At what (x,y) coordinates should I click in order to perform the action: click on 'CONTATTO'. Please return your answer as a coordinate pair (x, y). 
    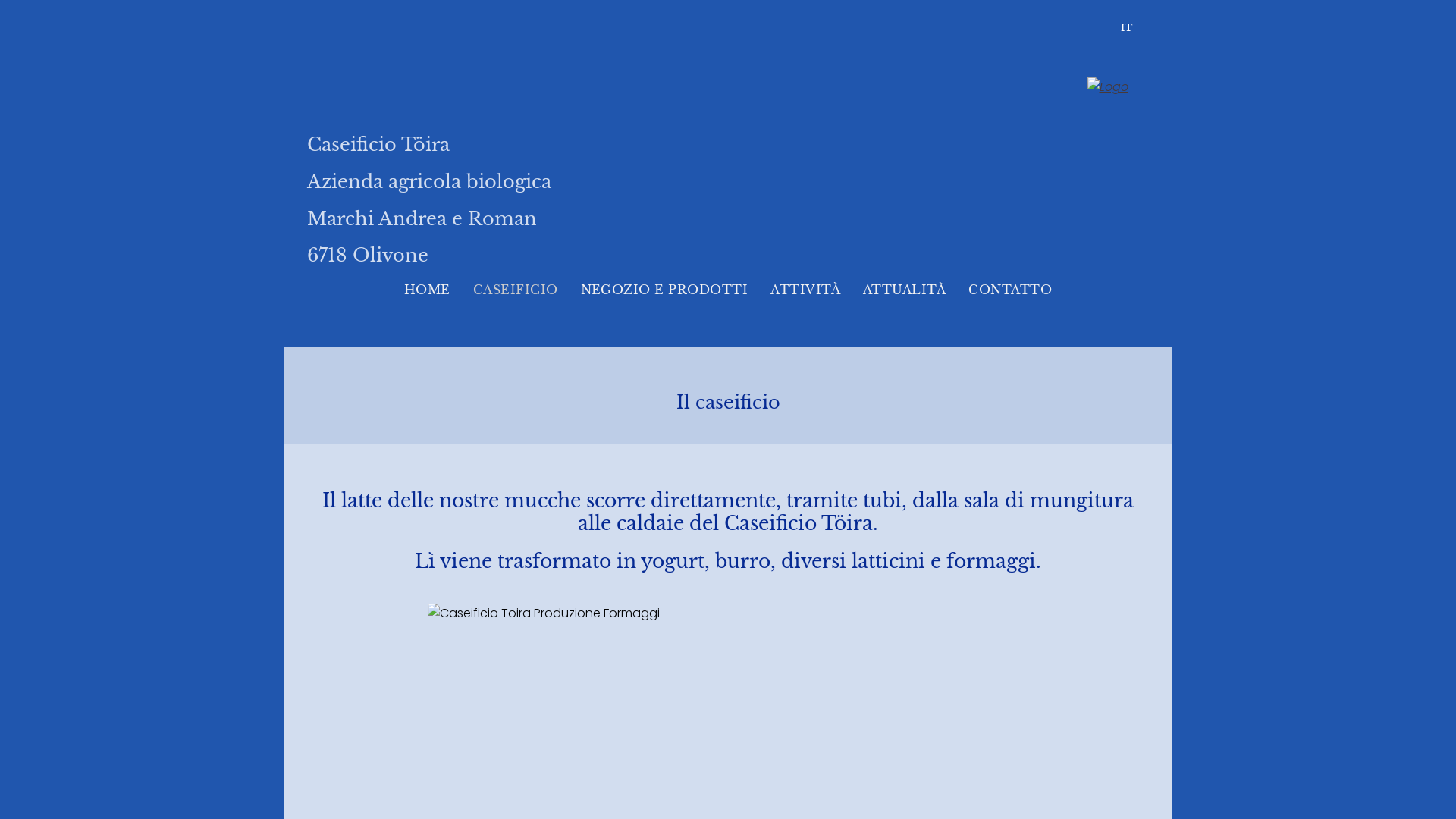
    Looking at the image, I should click on (1010, 289).